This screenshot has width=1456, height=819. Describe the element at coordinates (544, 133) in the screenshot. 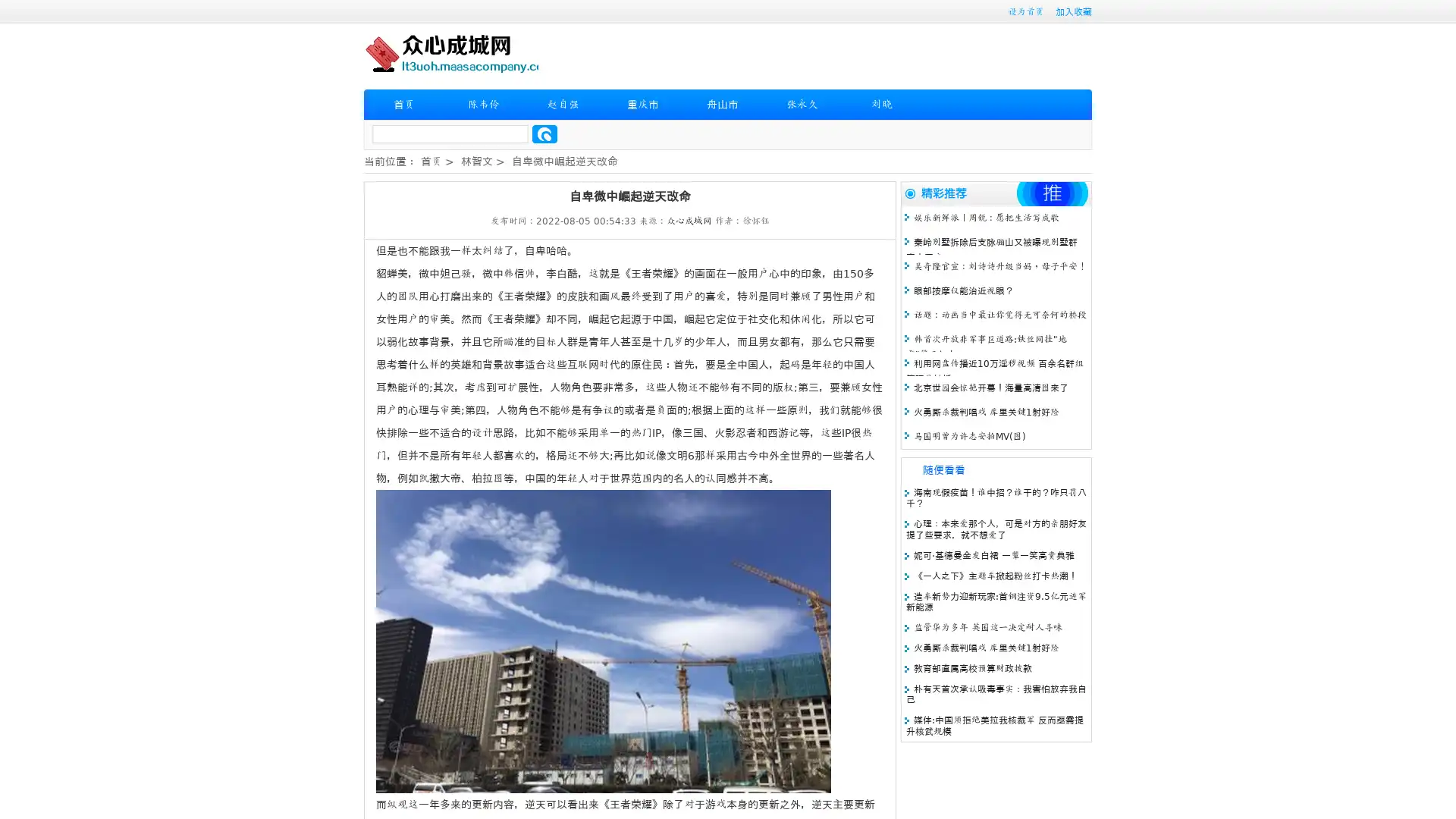

I see `Search` at that location.